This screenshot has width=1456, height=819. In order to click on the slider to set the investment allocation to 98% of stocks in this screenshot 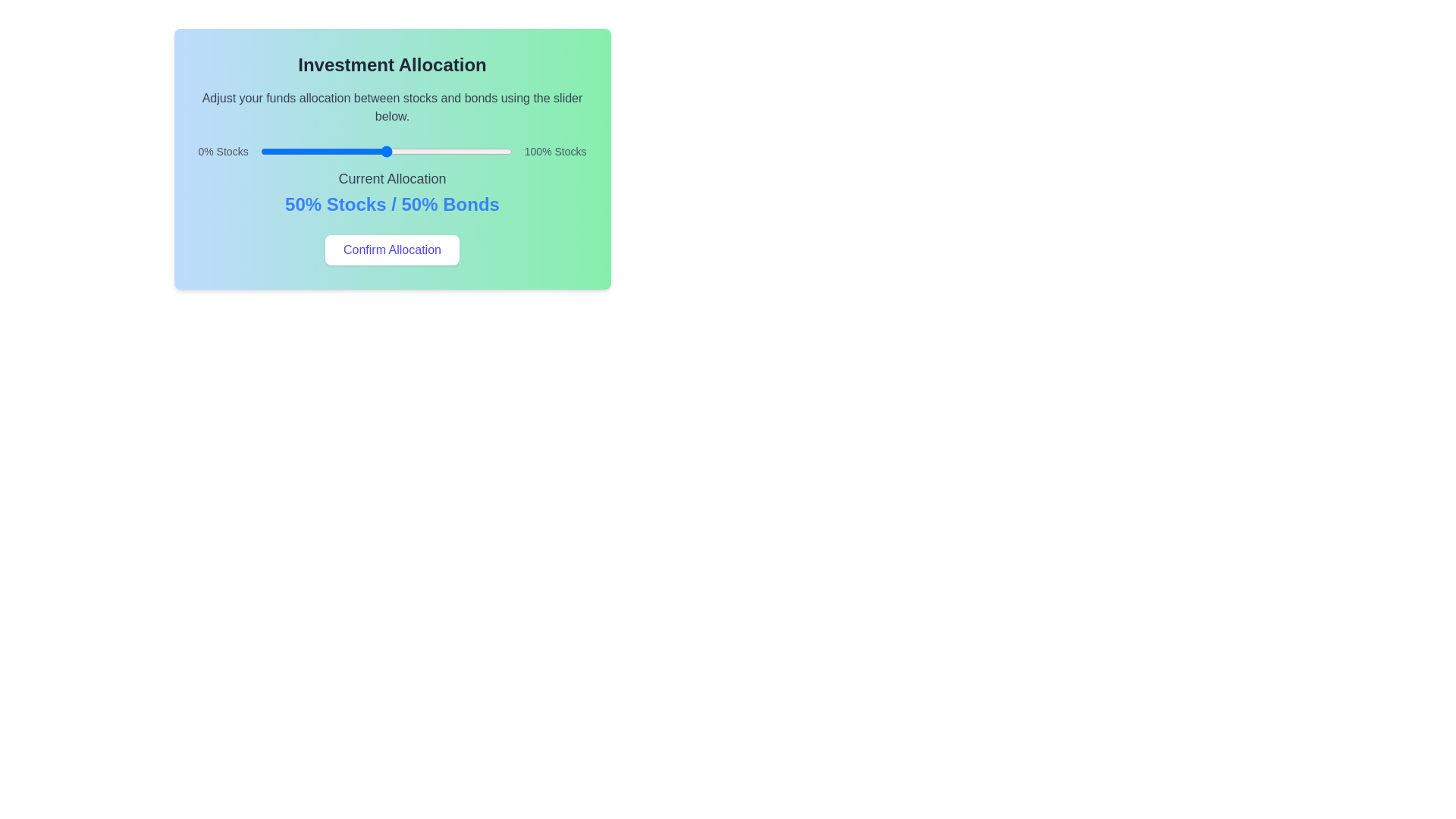, I will do `click(507, 152)`.